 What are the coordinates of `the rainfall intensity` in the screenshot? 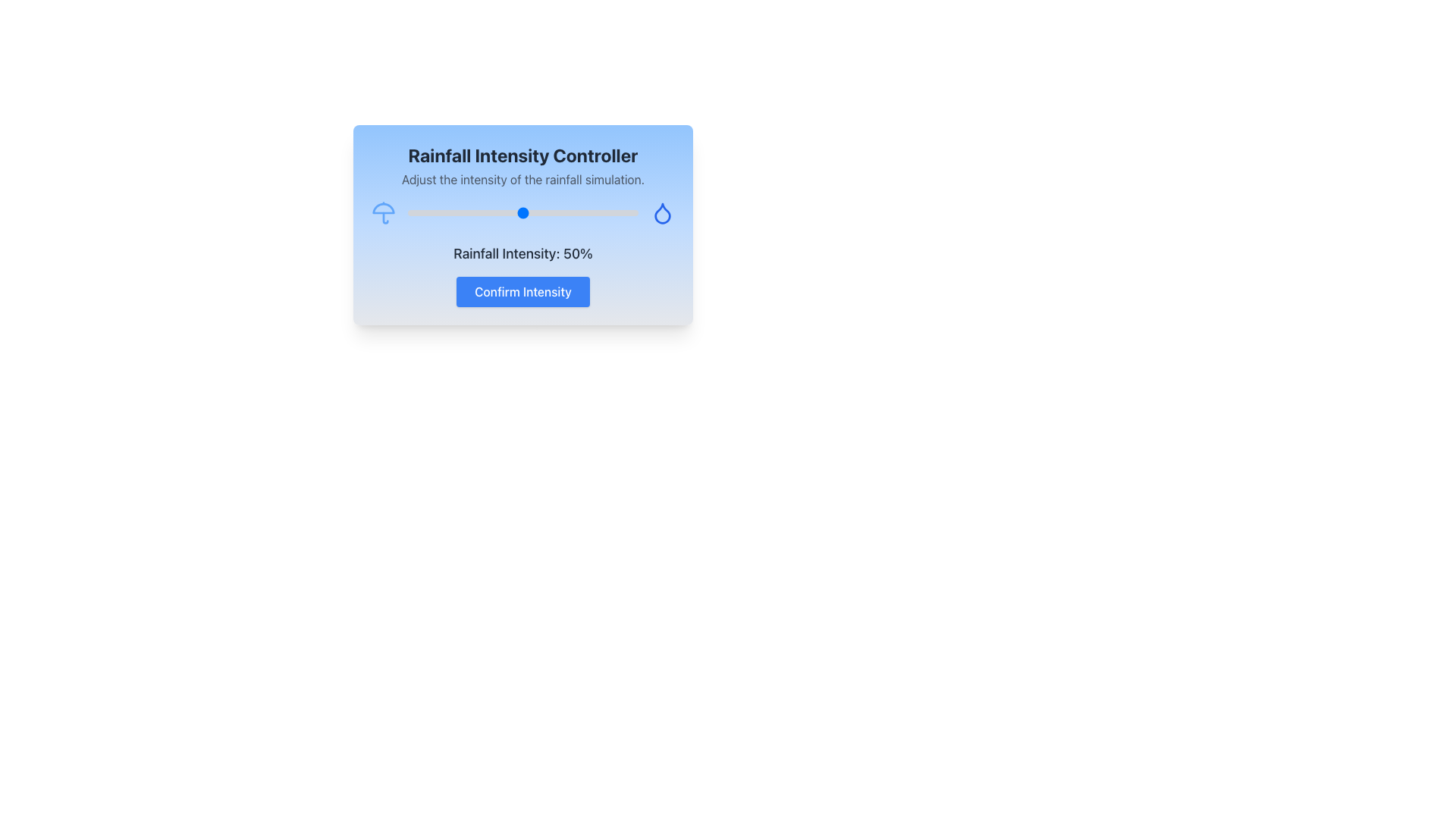 It's located at (486, 213).